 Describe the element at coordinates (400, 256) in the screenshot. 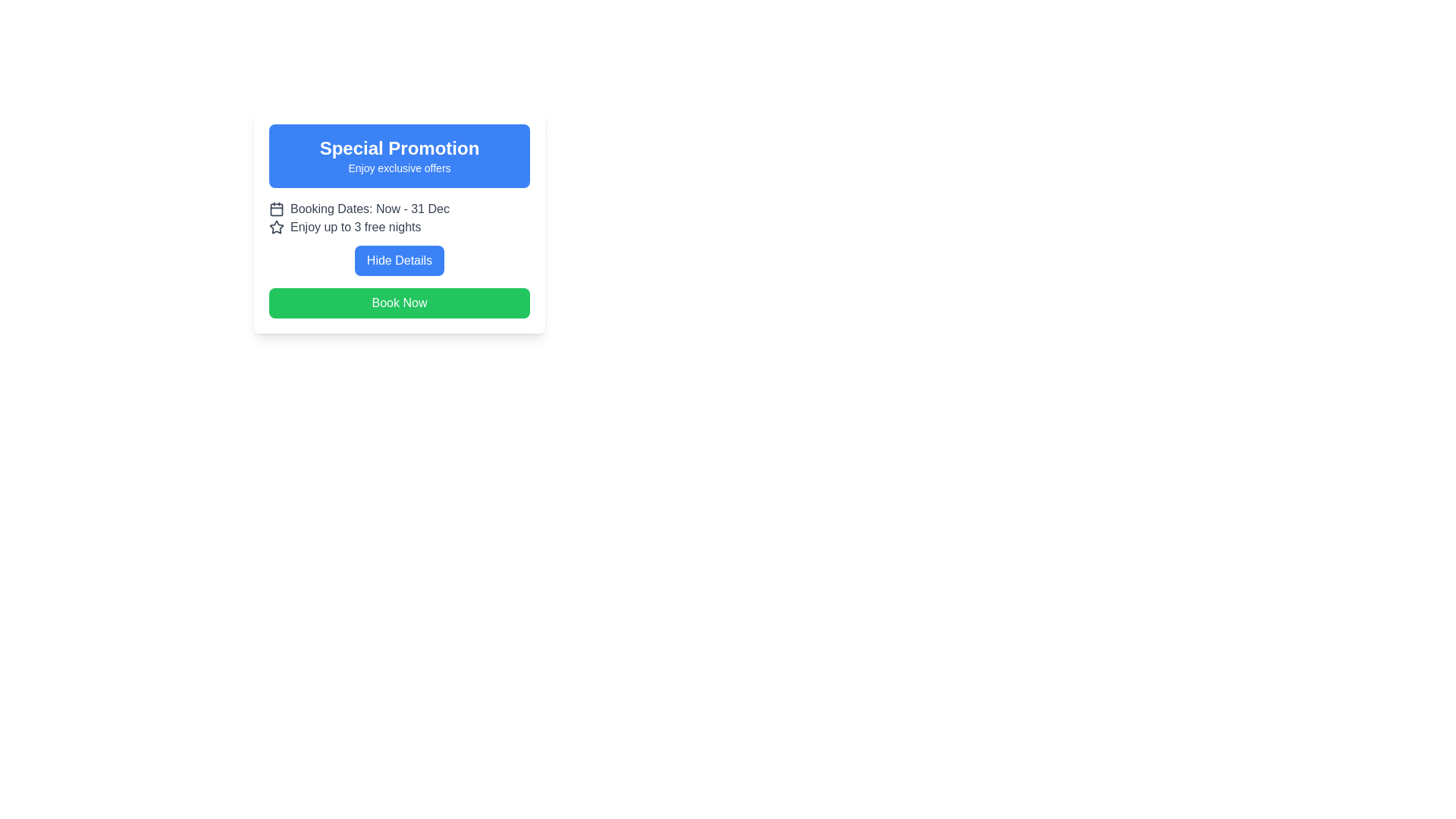

I see `the collapse button located below the text 'Enjoy up to 3 free nights' and above the 'Book Now' button to observe the style change` at that location.